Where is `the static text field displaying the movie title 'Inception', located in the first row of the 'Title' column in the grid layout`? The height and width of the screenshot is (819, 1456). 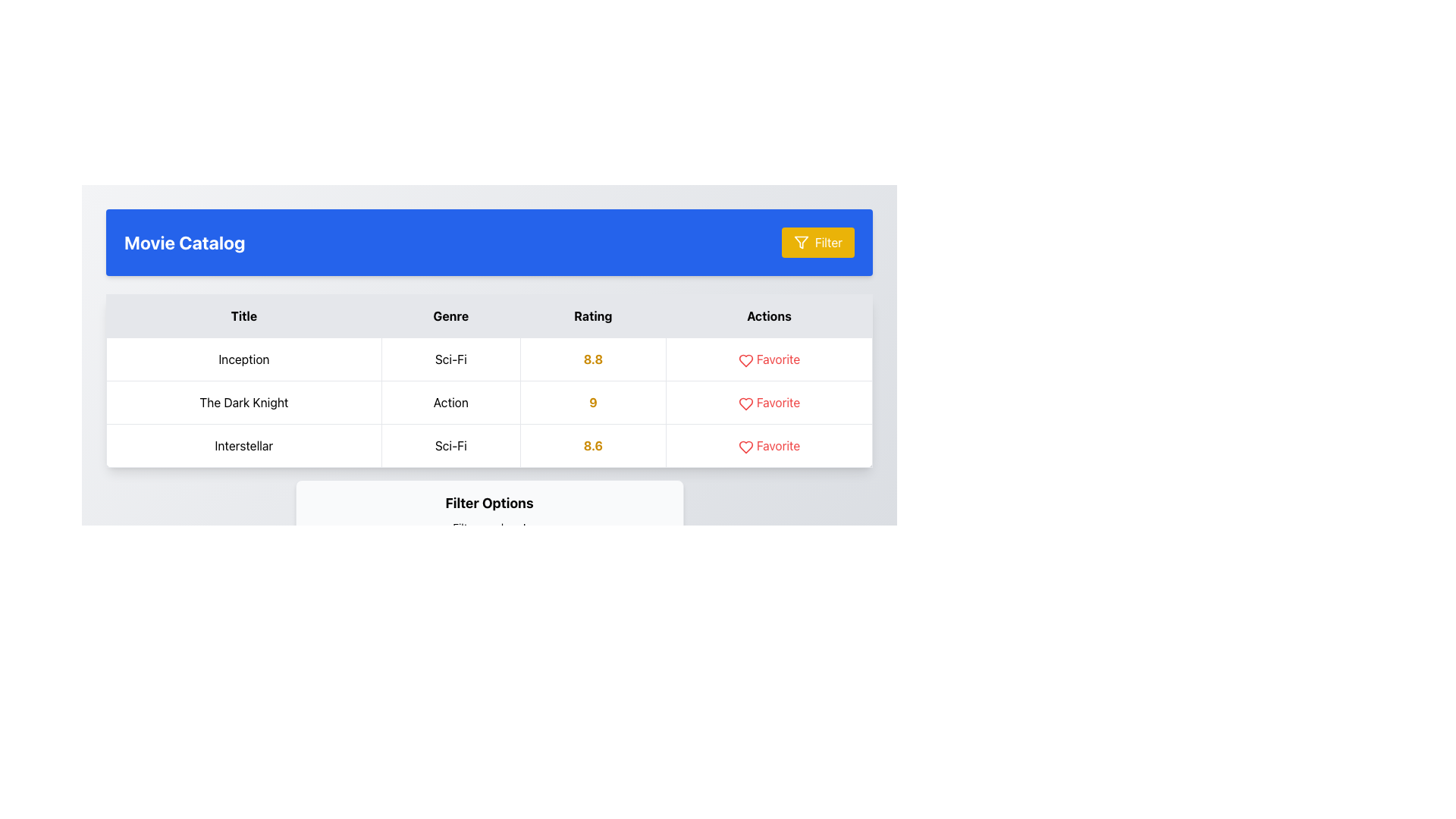
the static text field displaying the movie title 'Inception', located in the first row of the 'Title' column in the grid layout is located at coordinates (243, 359).